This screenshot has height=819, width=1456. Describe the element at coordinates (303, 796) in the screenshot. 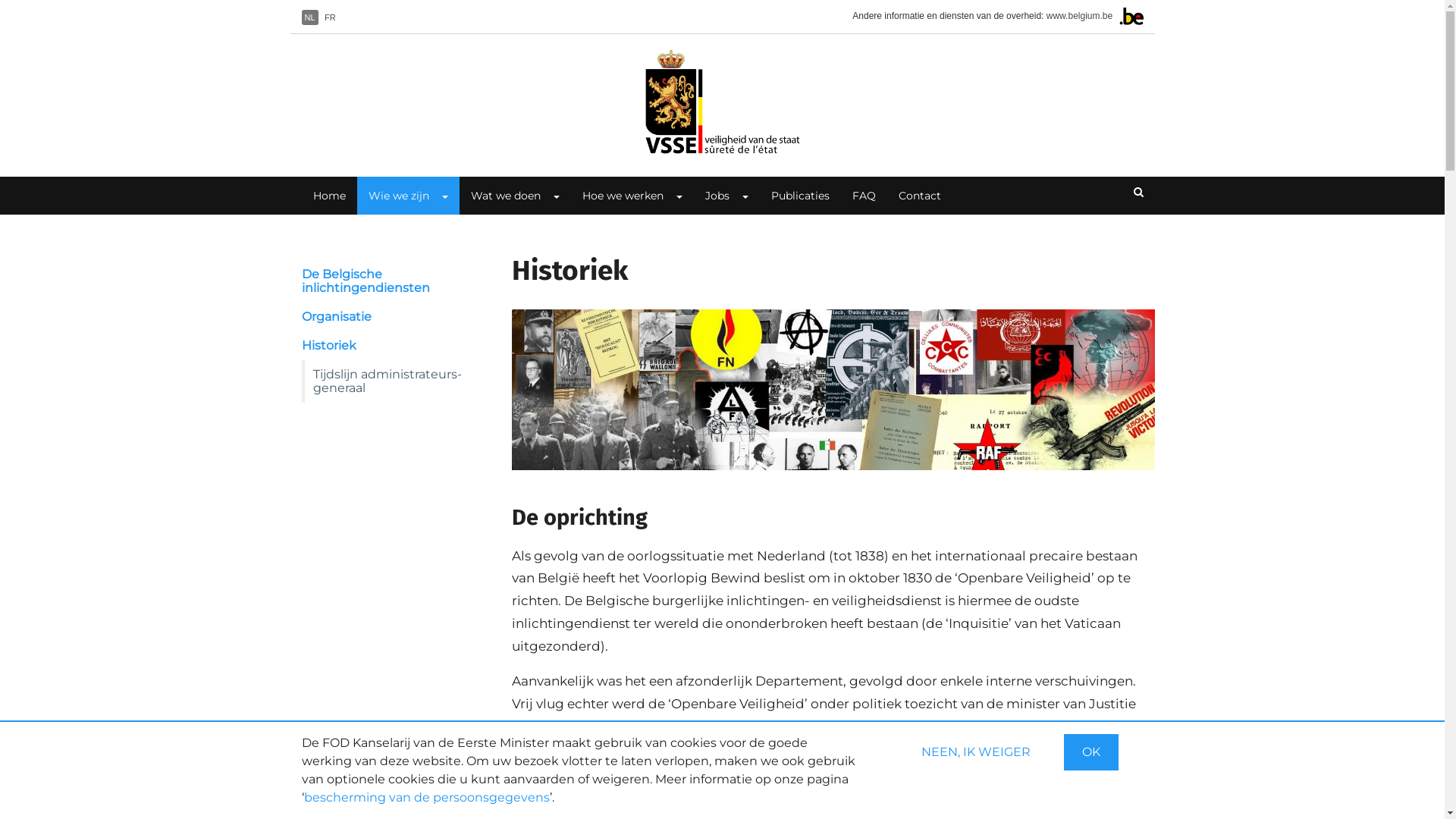

I see `'bescherming van de persoonsgegevens'` at that location.